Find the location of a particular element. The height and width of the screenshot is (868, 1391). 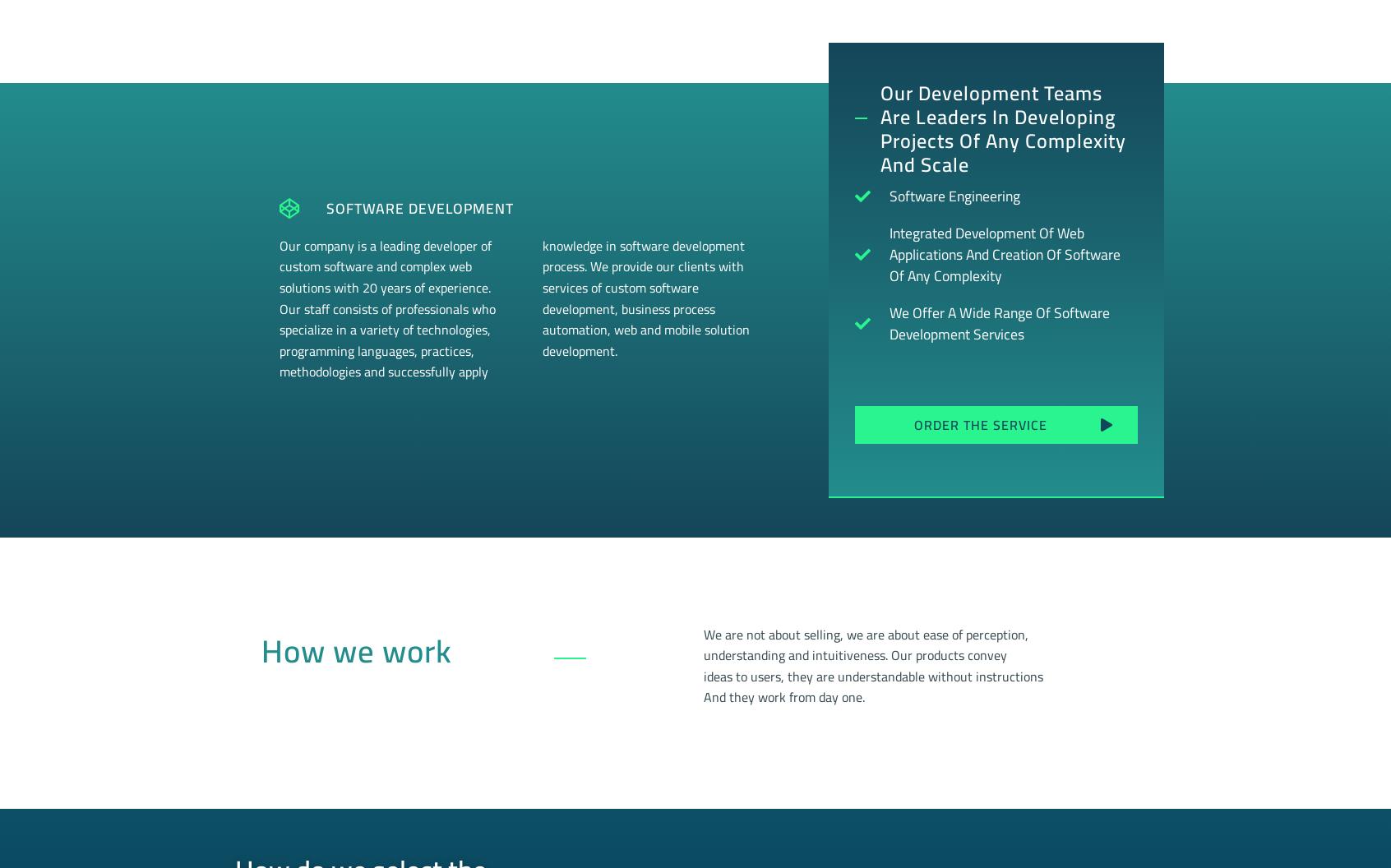

'Software Engineering' is located at coordinates (889, 194).